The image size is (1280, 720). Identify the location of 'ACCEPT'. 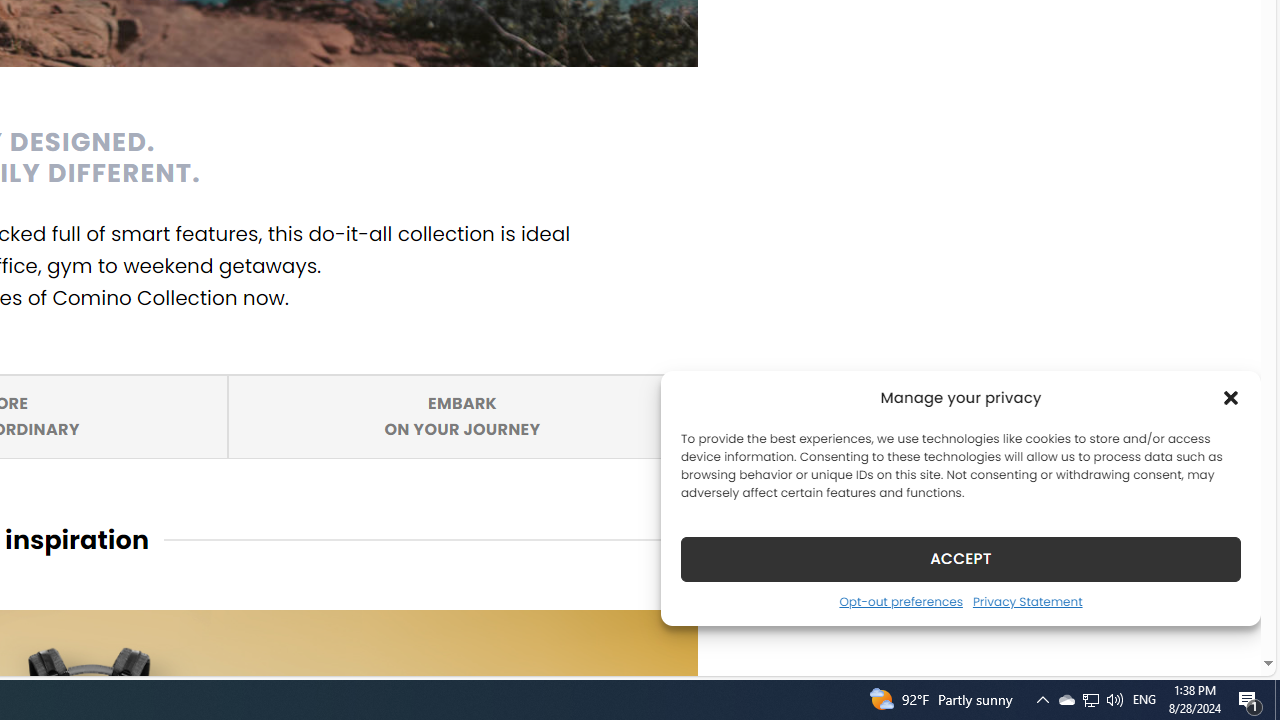
(961, 558).